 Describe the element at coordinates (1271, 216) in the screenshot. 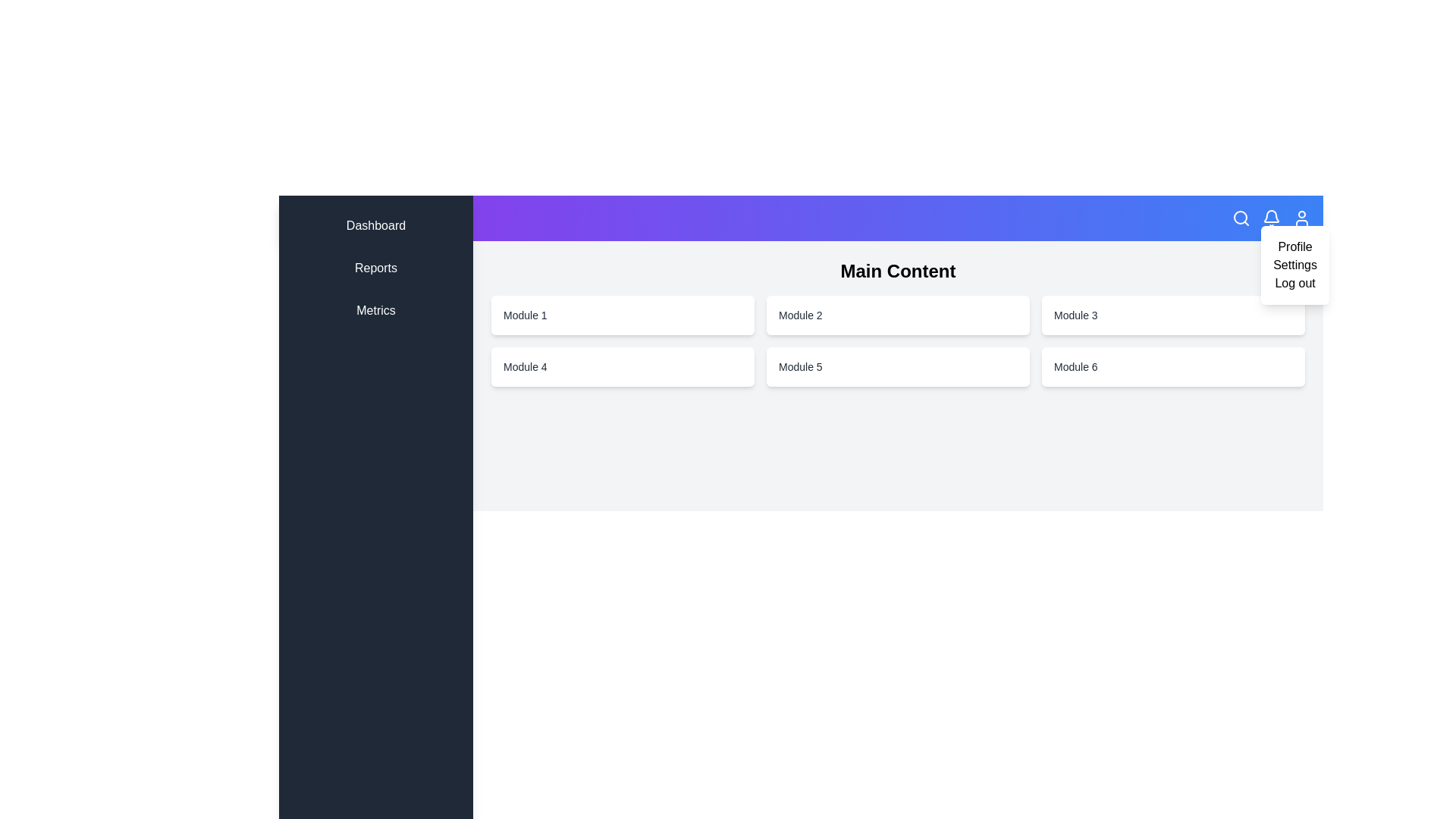

I see `the notification icon, which is a curved triangular shape outline resembling a bell, located in the top-right section of the interface, before the user profile icon` at that location.